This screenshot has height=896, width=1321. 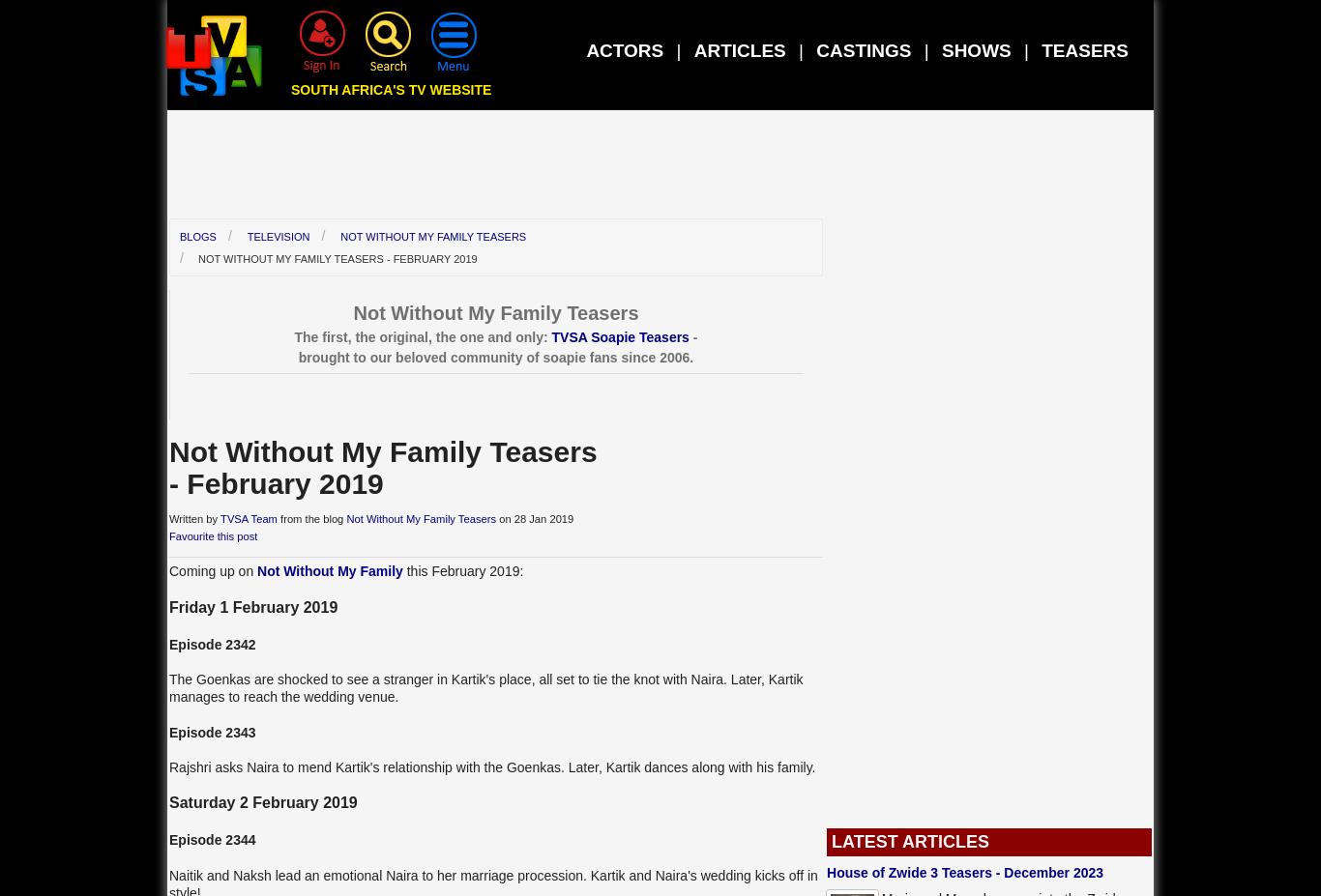 I want to click on 'SOUTH AFRICA'S TV WEBSITE', so click(x=390, y=88).